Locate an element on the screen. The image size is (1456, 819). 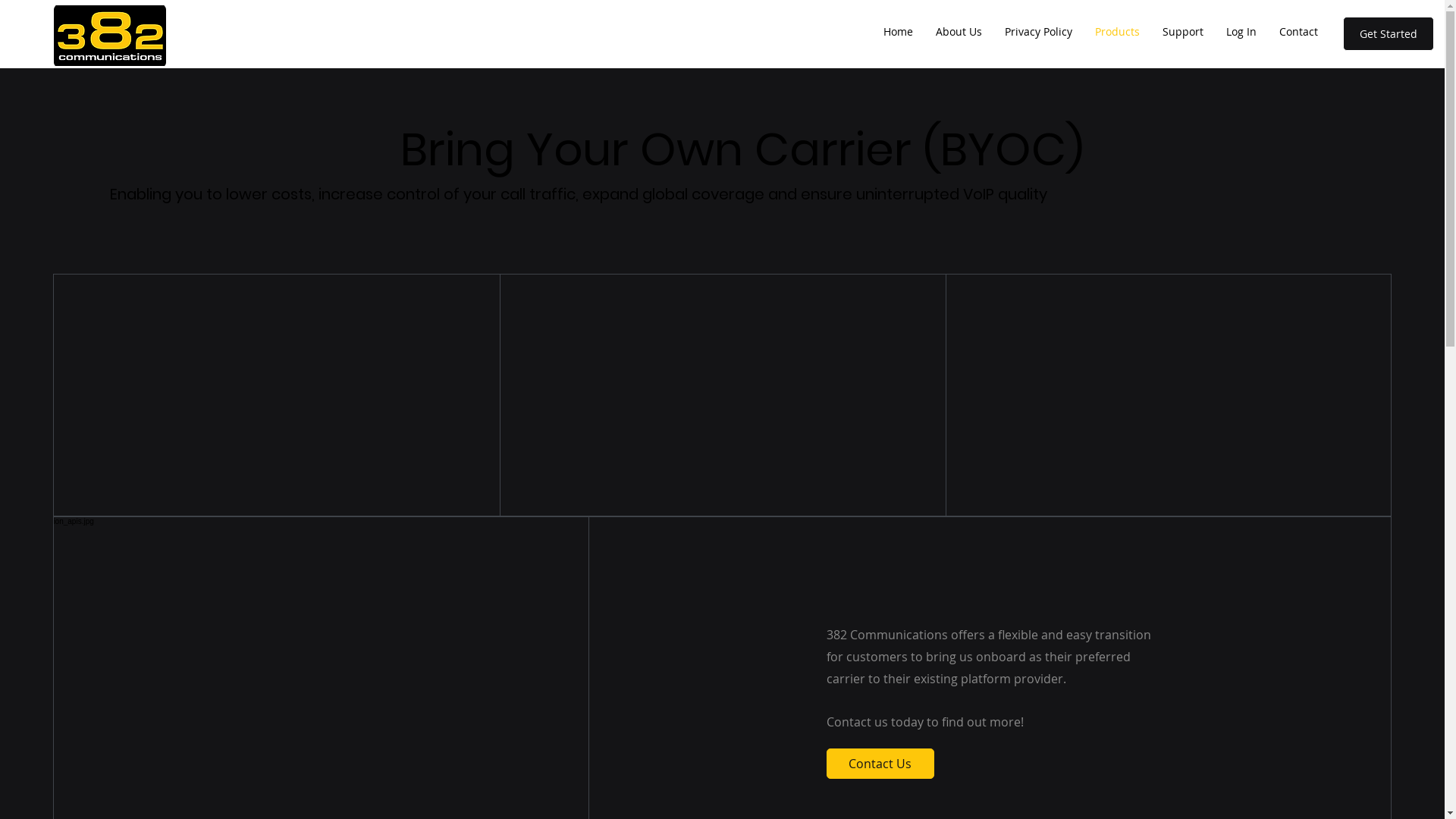
'About Us' is located at coordinates (958, 32).